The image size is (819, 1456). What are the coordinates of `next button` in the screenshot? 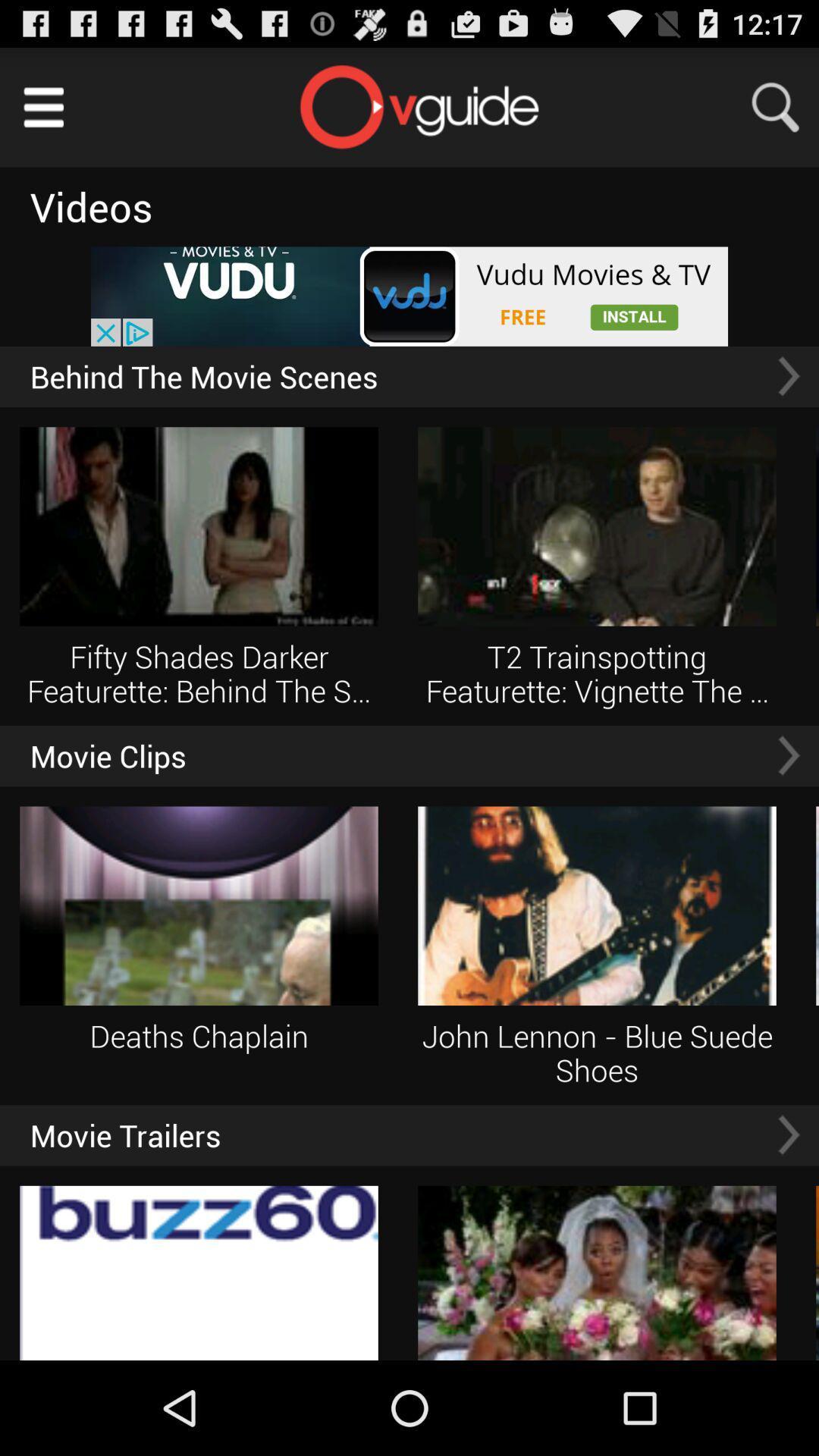 It's located at (788, 376).